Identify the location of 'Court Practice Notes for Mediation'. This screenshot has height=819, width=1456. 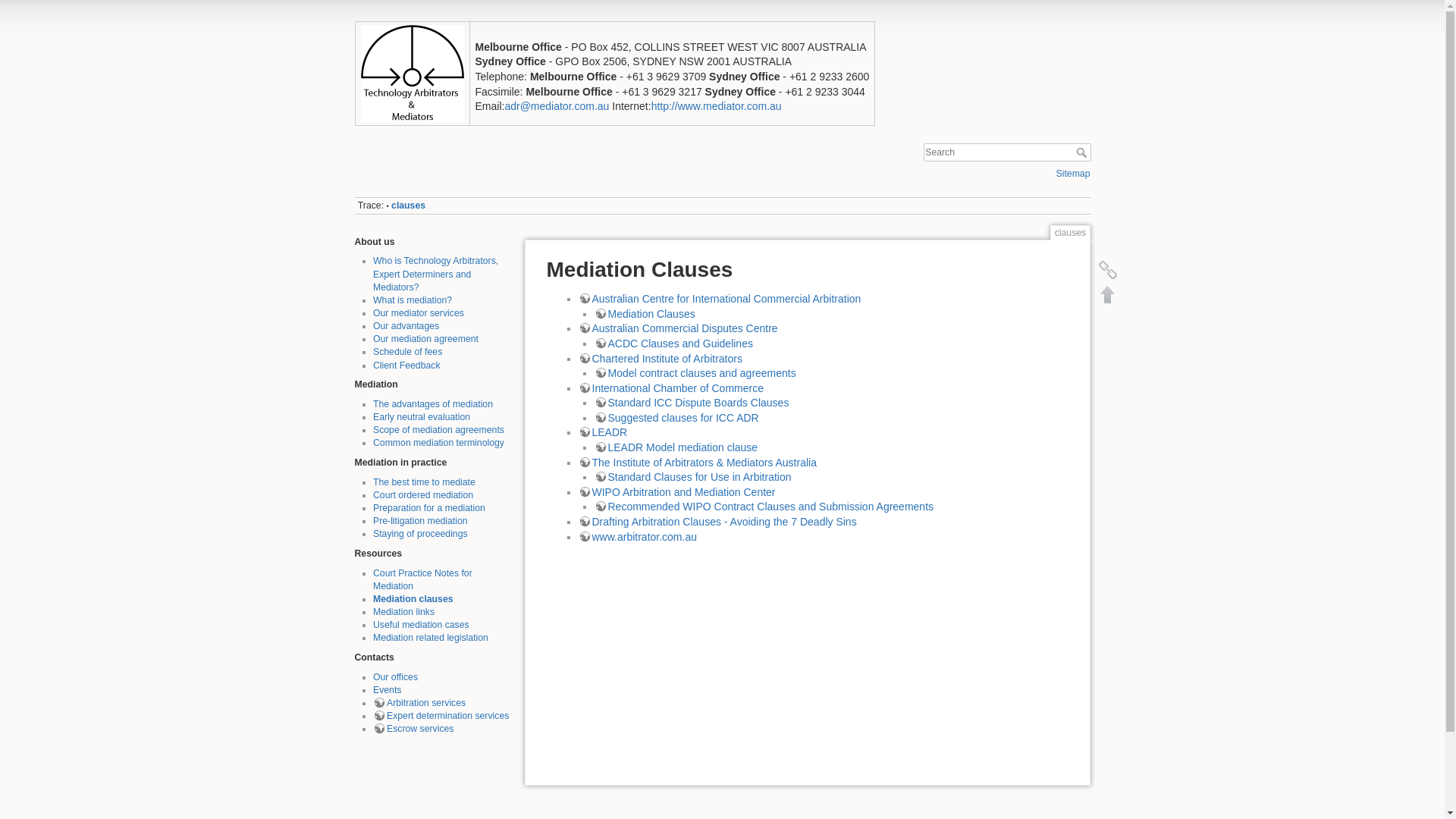
(422, 579).